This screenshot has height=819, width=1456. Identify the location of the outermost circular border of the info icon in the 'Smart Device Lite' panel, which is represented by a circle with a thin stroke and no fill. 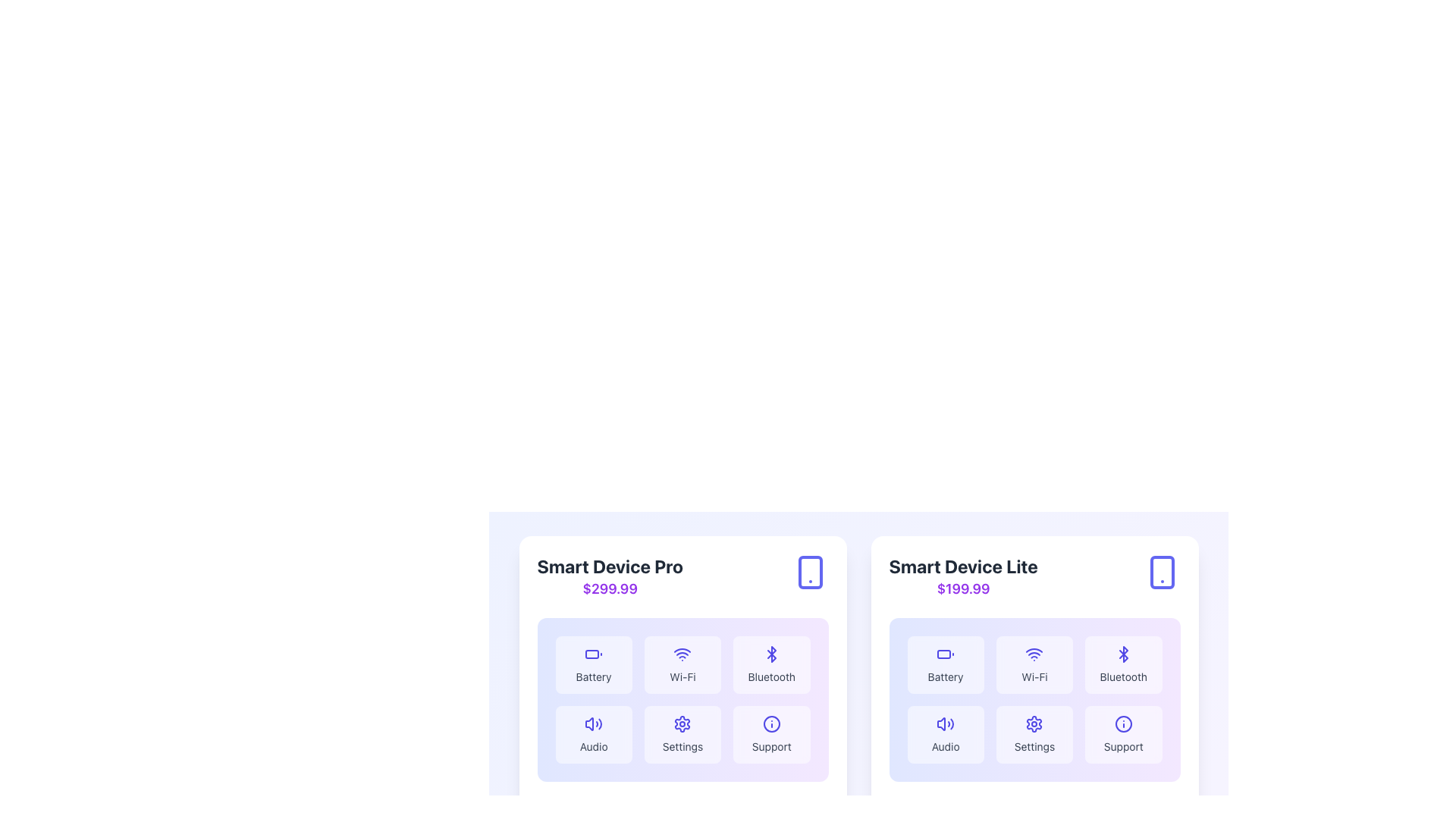
(1123, 723).